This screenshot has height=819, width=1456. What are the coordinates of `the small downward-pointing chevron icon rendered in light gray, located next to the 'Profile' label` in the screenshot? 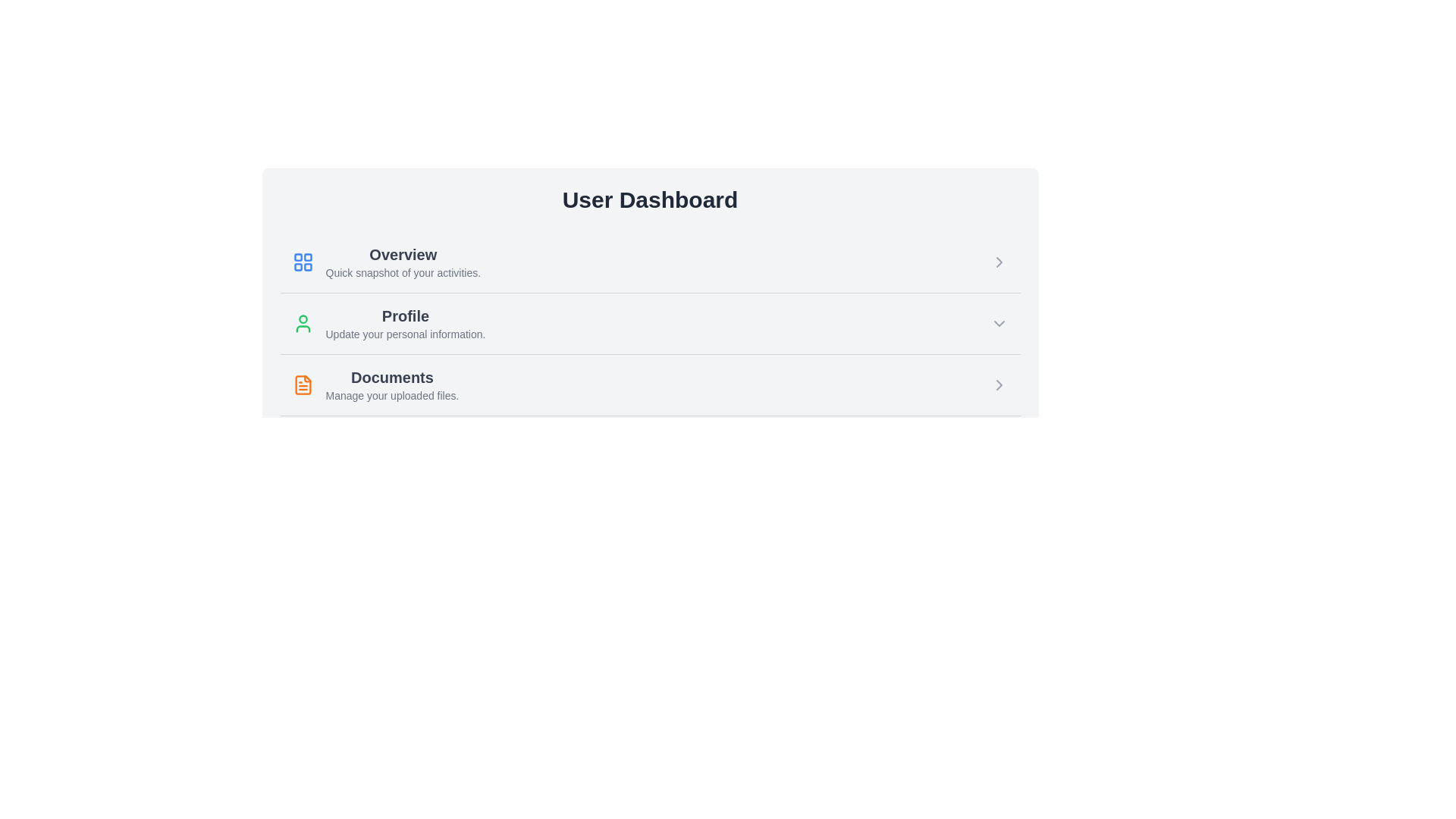 It's located at (999, 323).